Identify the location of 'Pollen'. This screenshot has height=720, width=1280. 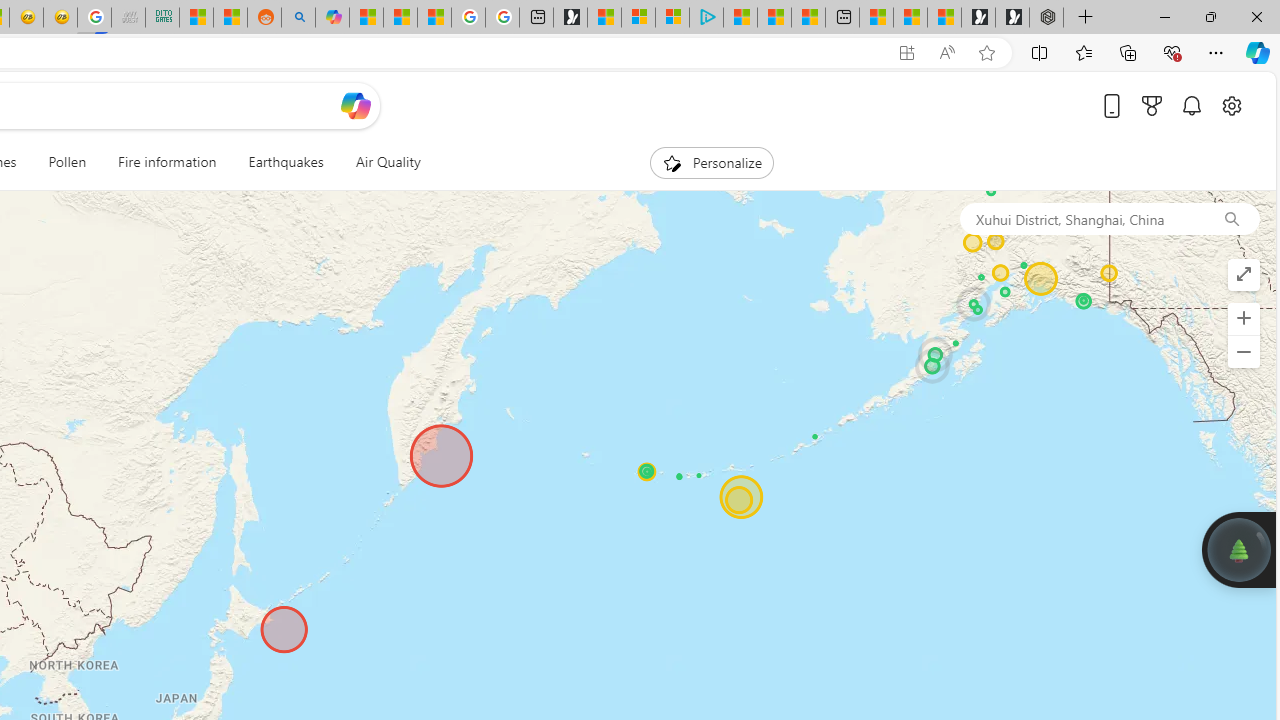
(67, 162).